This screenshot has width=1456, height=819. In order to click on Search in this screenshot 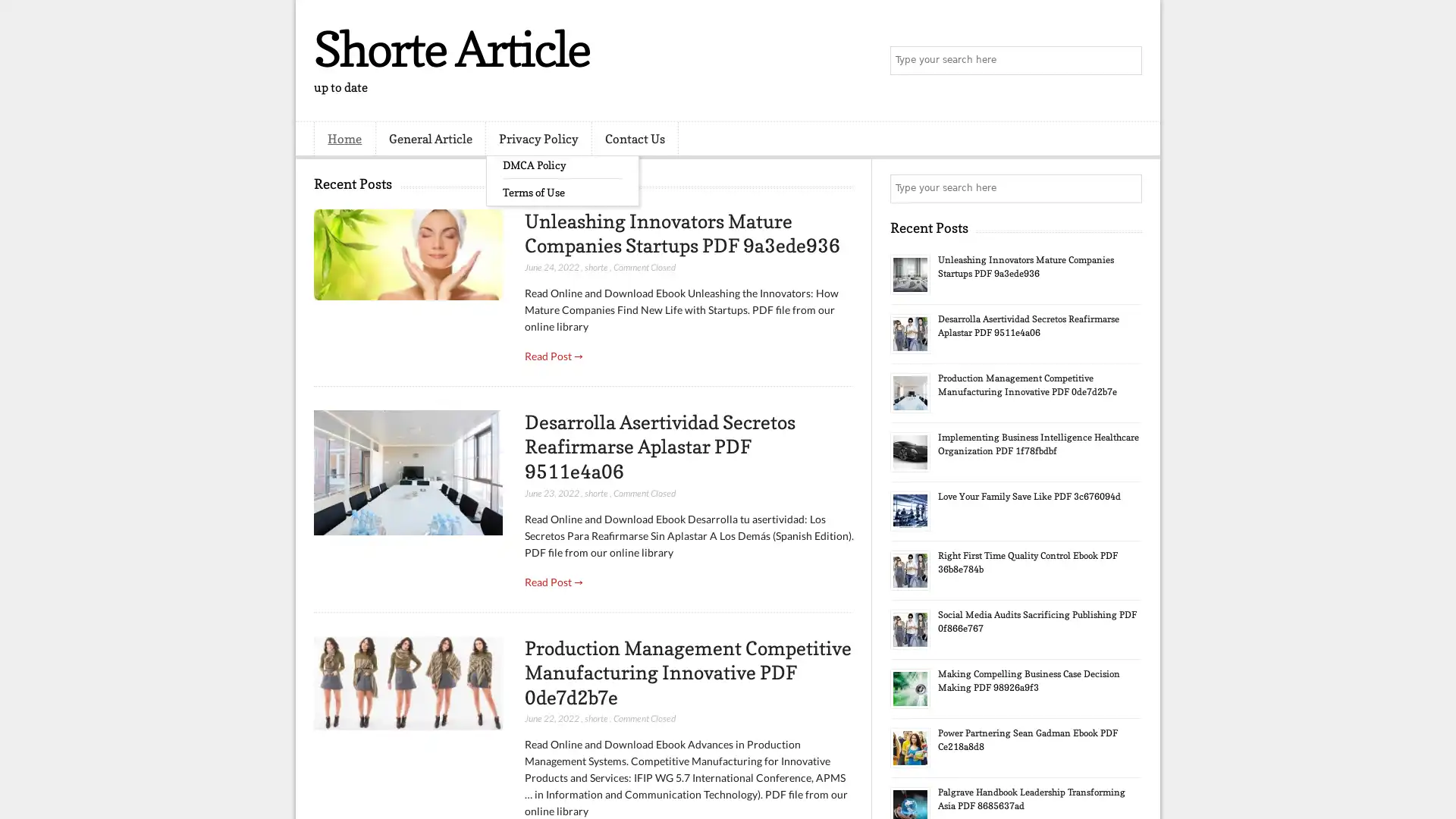, I will do `click(1126, 61)`.